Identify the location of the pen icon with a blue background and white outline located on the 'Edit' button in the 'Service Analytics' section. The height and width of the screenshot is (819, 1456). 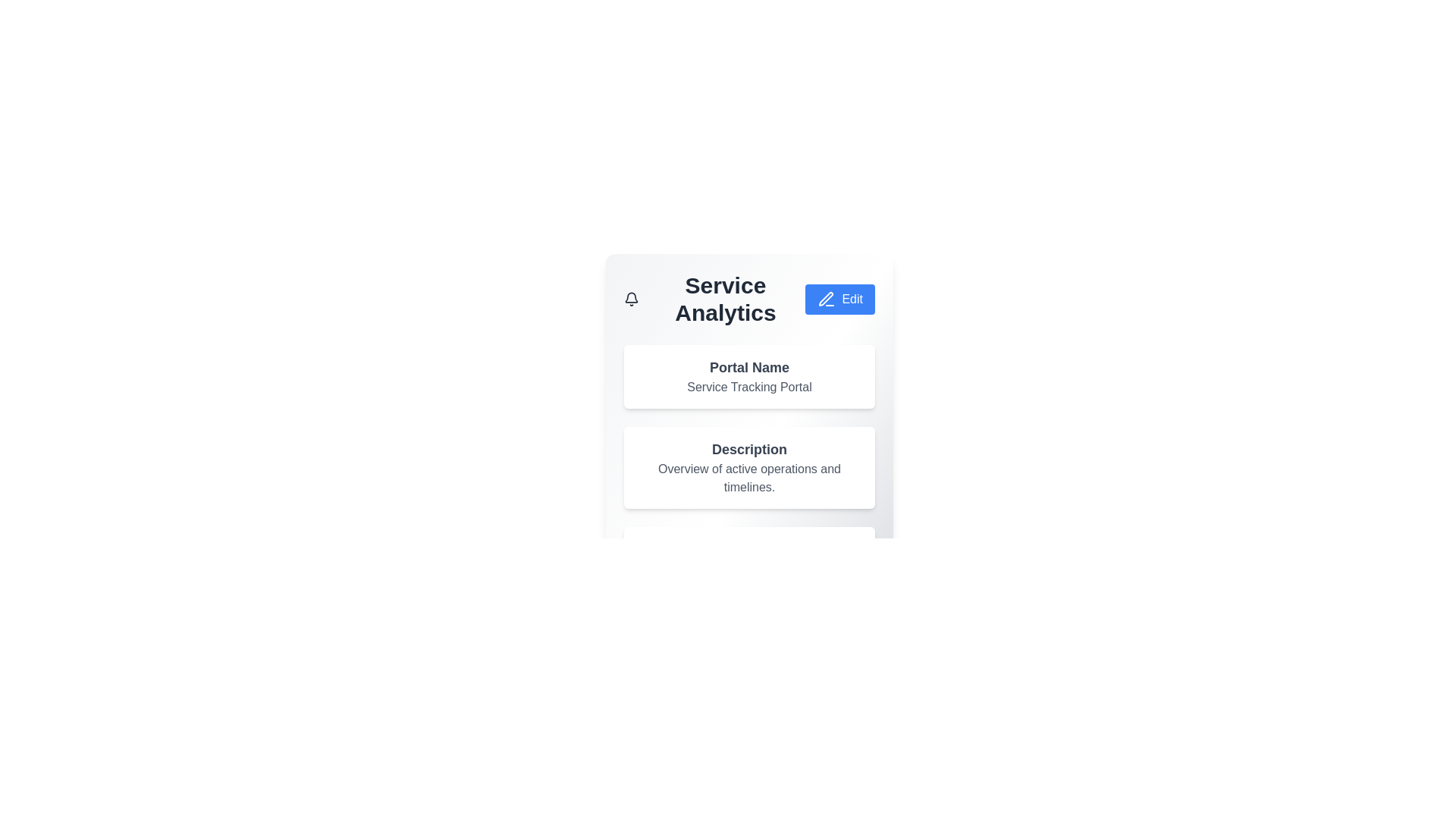
(826, 299).